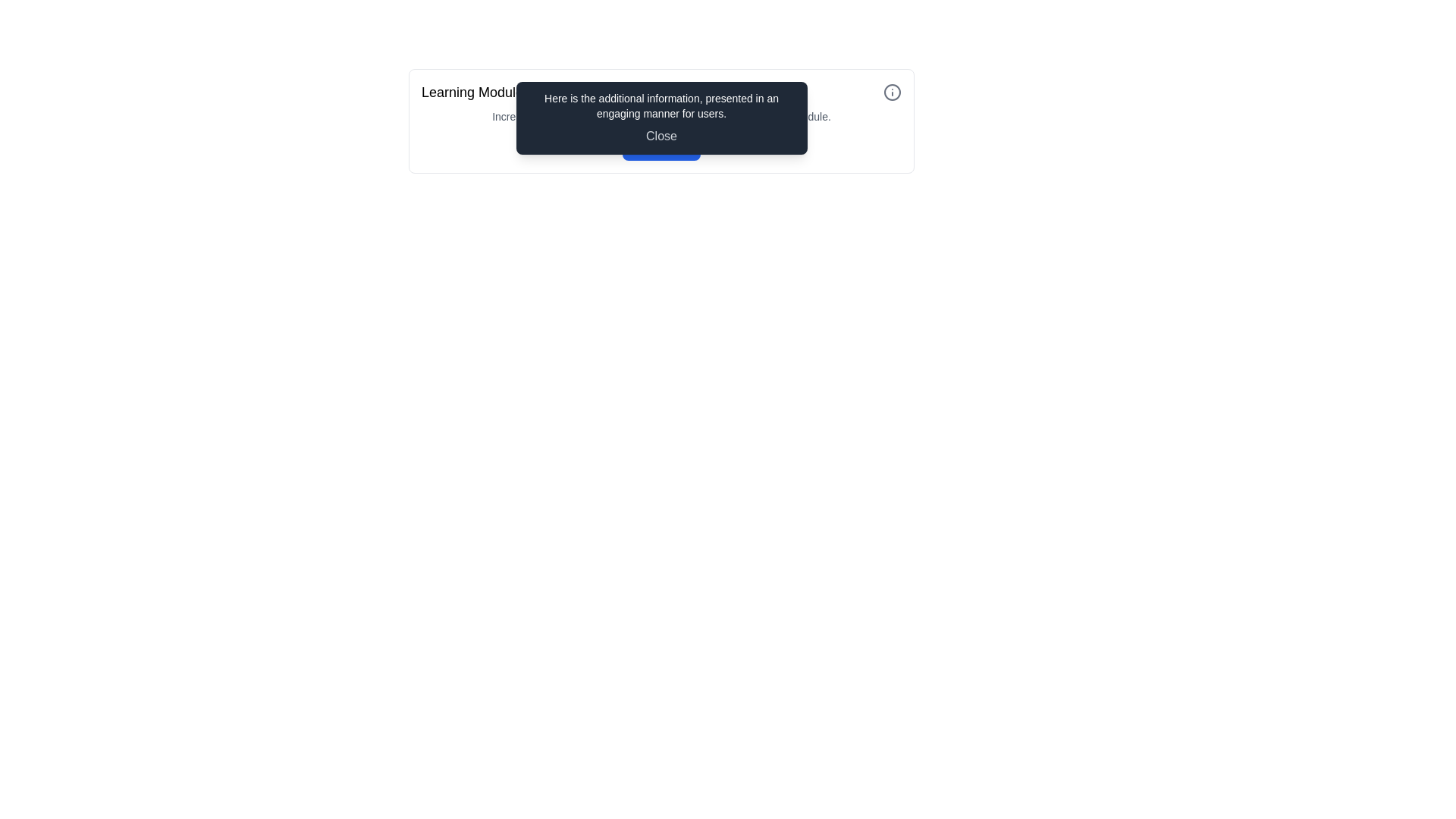 The image size is (1456, 819). Describe the element at coordinates (661, 105) in the screenshot. I see `informational text displayed above the 'Close' button in the popup` at that location.